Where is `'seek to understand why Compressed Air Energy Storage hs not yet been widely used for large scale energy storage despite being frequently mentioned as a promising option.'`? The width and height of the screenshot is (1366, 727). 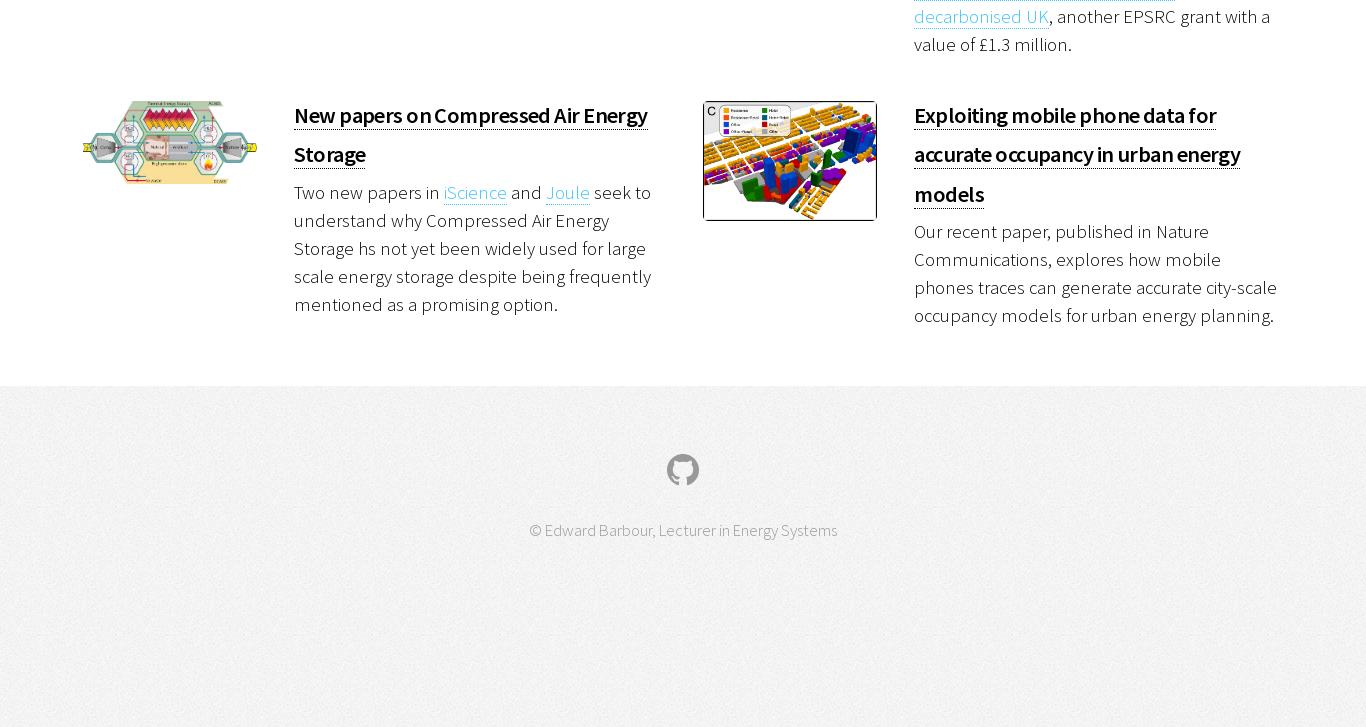 'seek to understand why Compressed Air Energy Storage hs not yet been widely used for large scale energy storage despite being frequently mentioned as a promising option.' is located at coordinates (472, 248).